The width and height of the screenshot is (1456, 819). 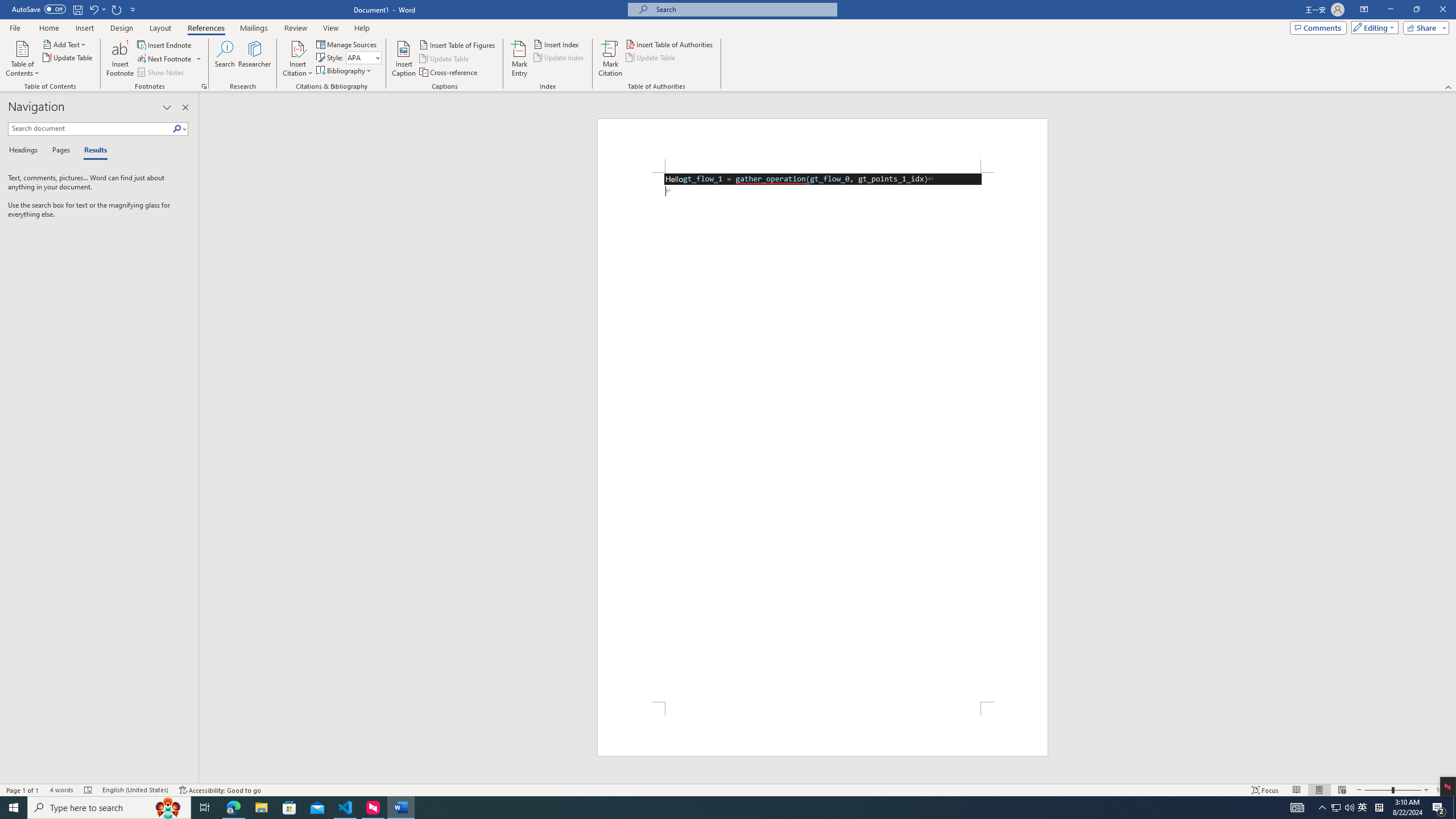 I want to click on 'Style', so click(x=364, y=56).